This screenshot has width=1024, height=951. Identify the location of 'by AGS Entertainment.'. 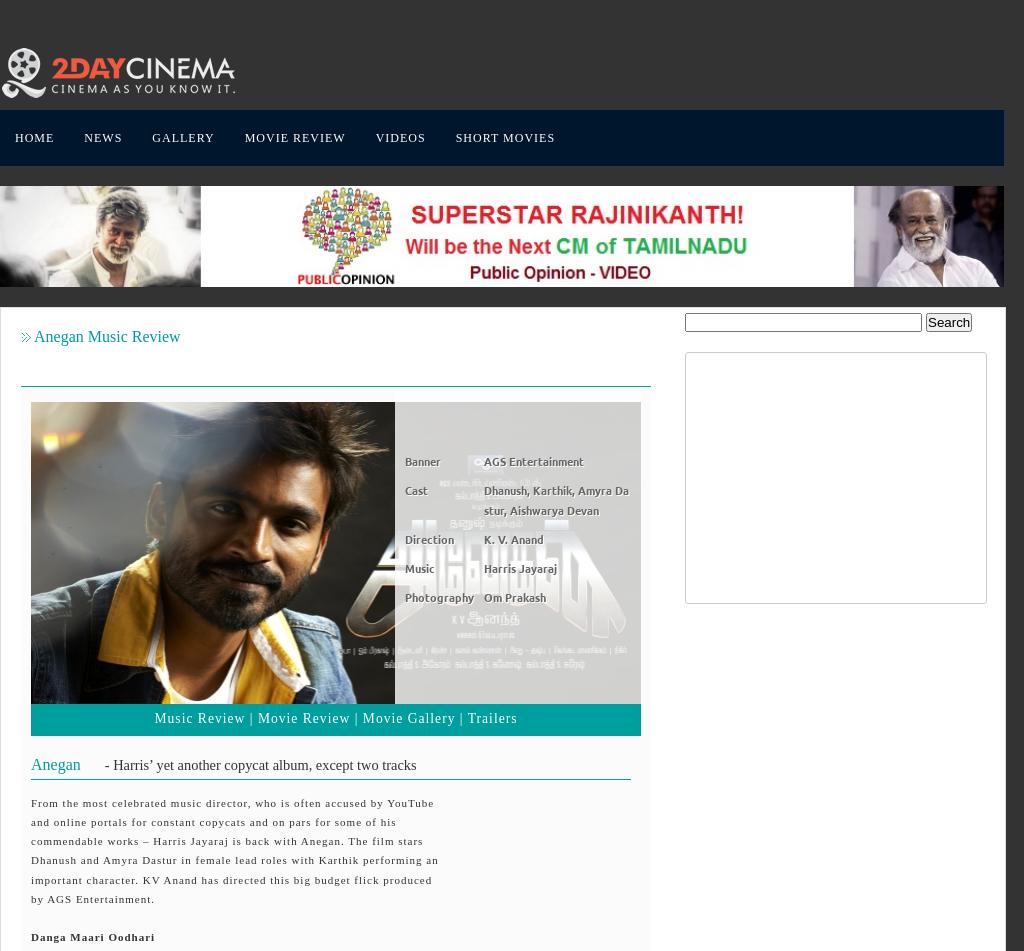
(92, 897).